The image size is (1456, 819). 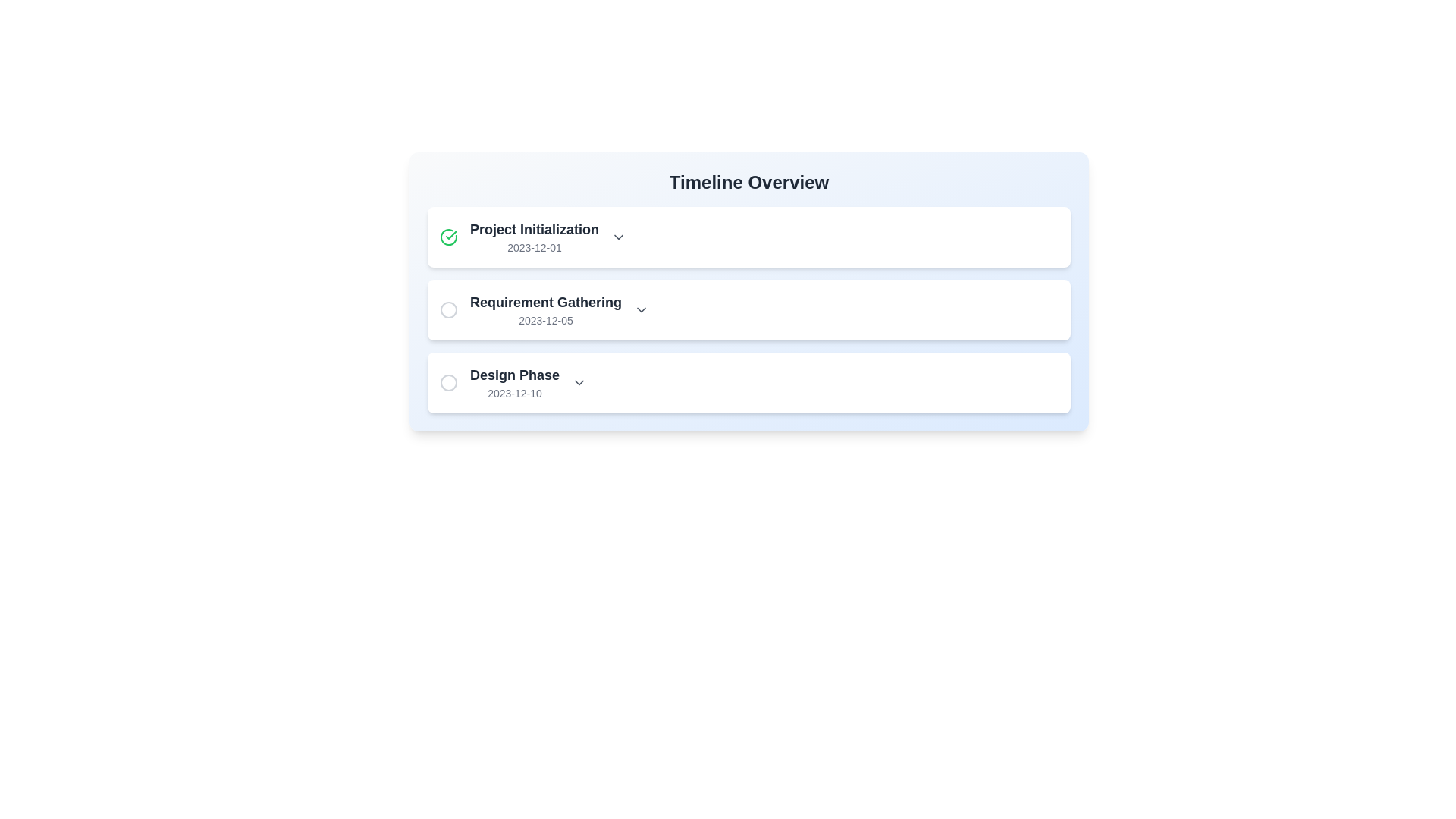 I want to click on the text group containing the bold title 'Project Initialization' and the date '2023-12-01', which is located below the 'Timeline Overview' title and to the right of a checkmark icon, so click(x=535, y=237).